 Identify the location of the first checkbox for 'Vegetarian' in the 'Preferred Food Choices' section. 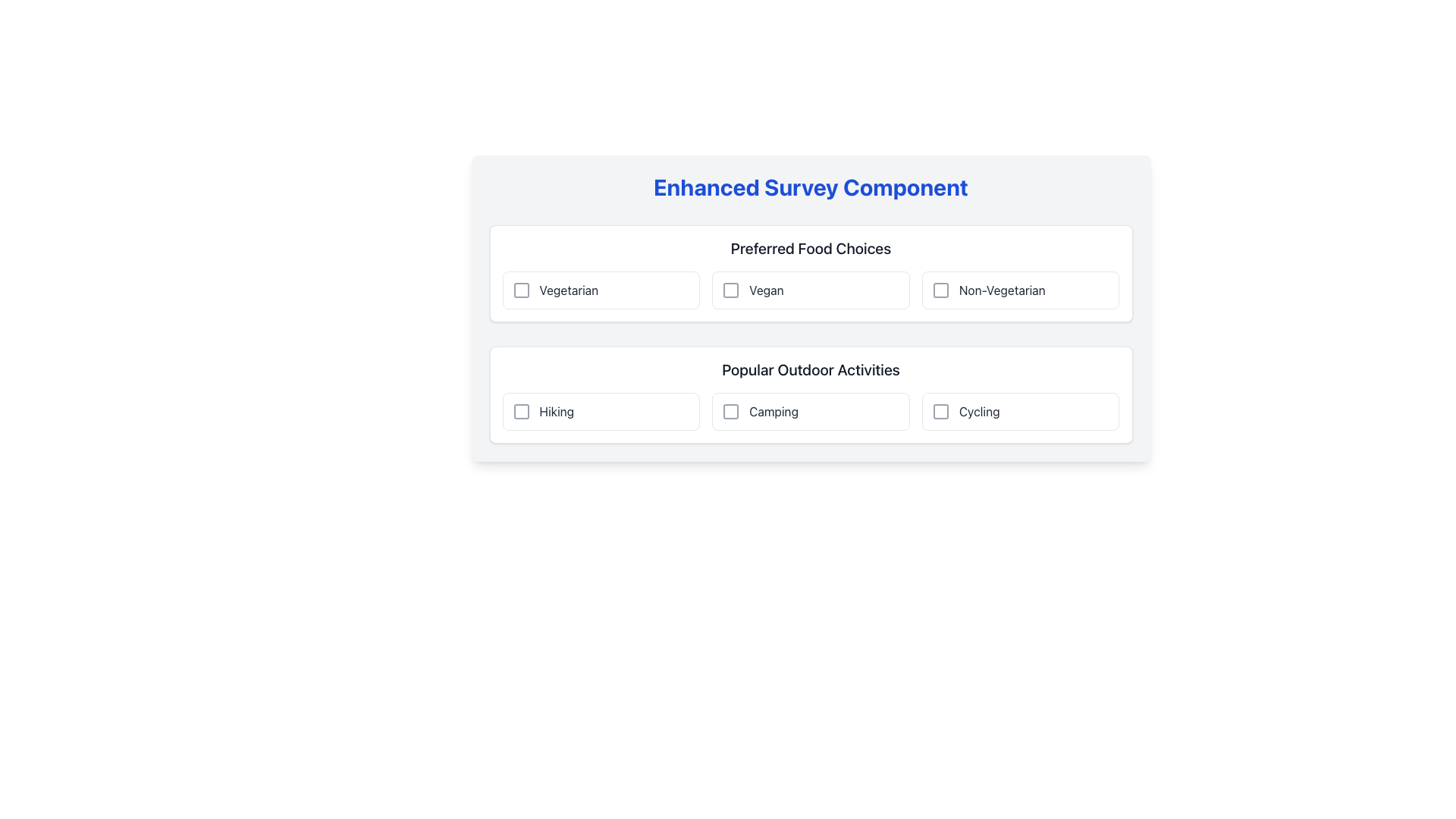
(521, 290).